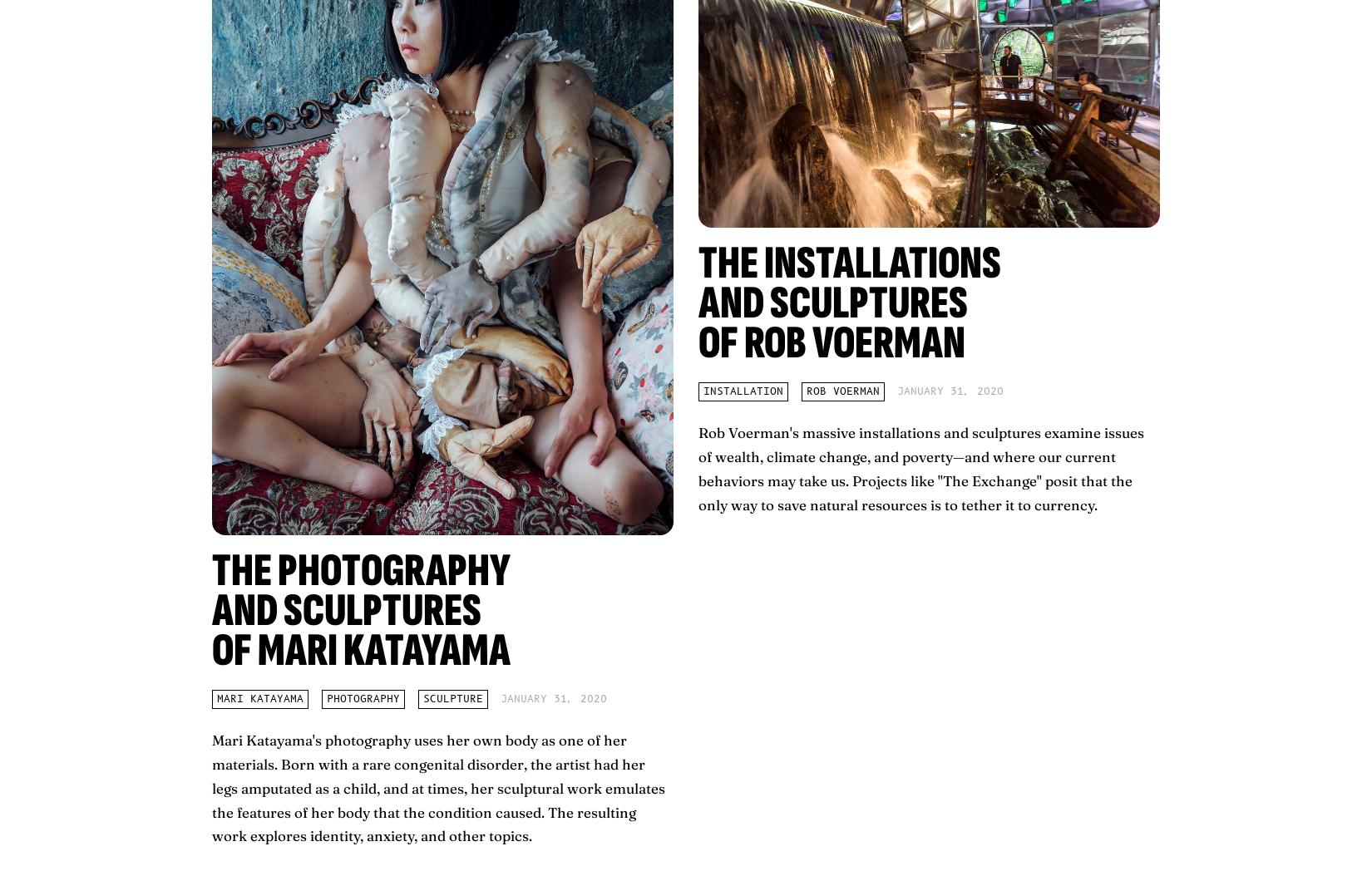 The height and width of the screenshot is (871, 1372). What do you see at coordinates (452, 699) in the screenshot?
I see `'sculpture'` at bounding box center [452, 699].